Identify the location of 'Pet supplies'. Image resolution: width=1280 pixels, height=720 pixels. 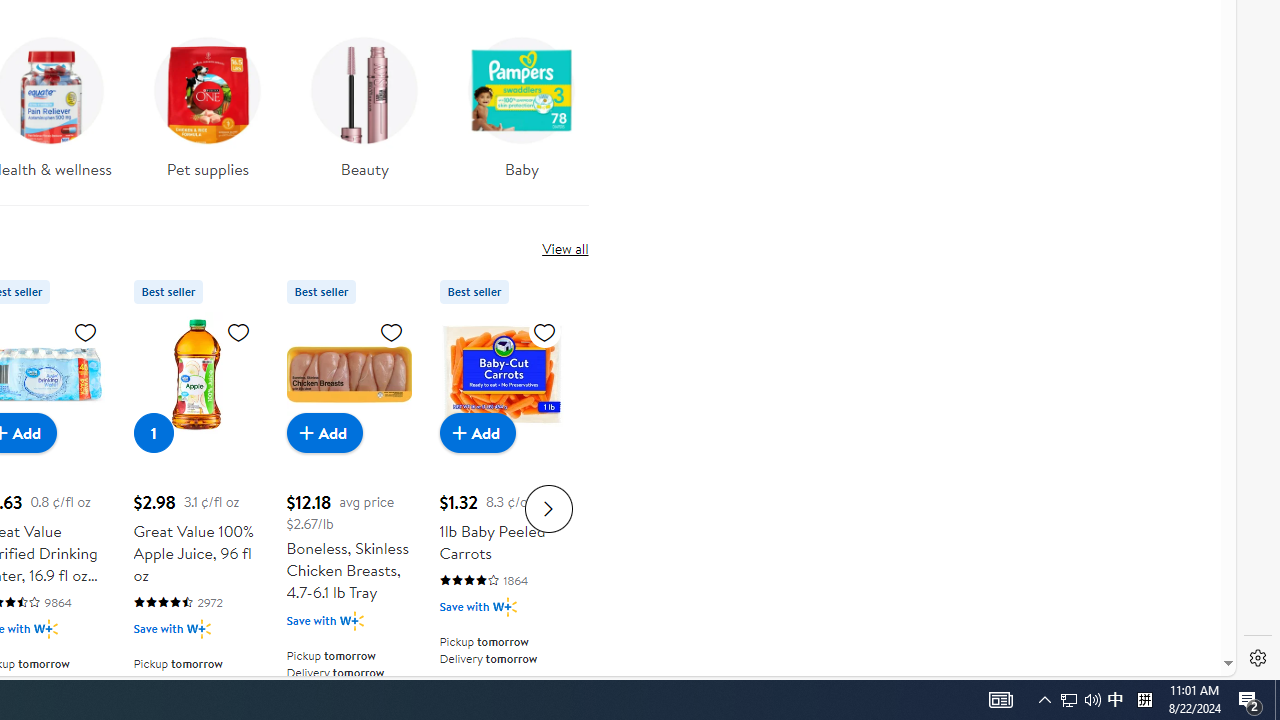
(208, 114).